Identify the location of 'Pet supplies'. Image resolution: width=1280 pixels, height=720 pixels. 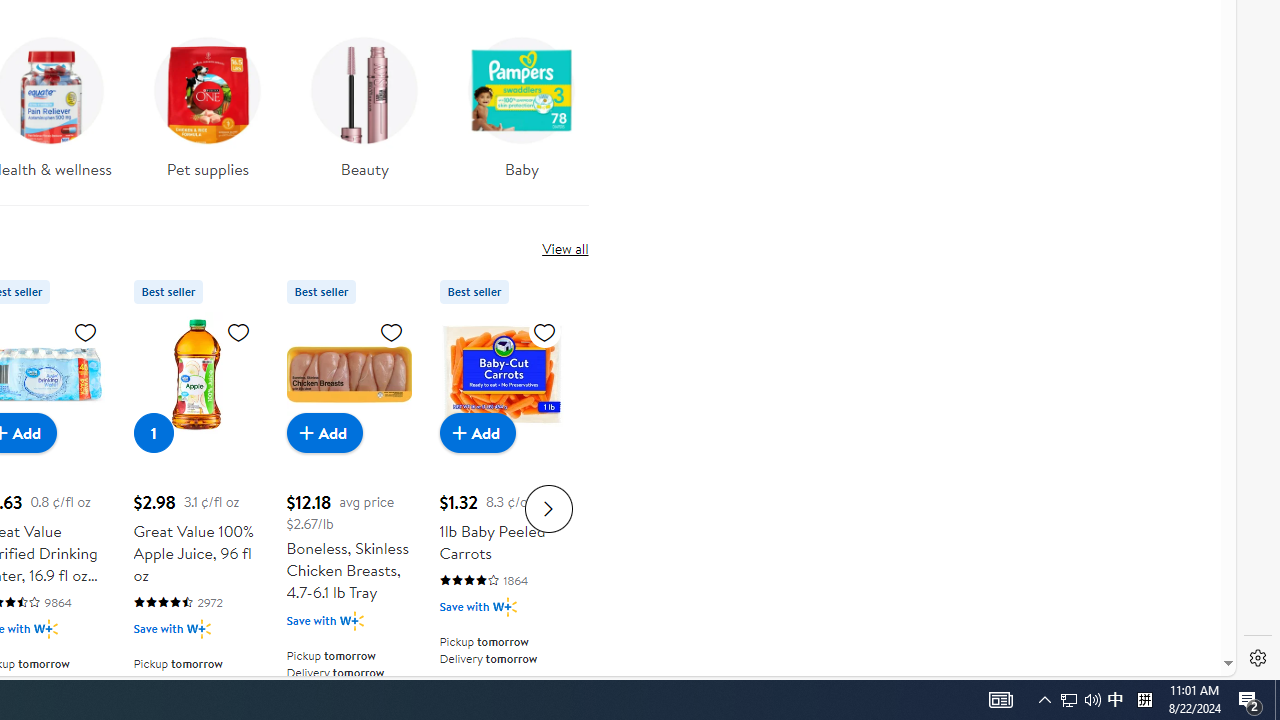
(208, 114).